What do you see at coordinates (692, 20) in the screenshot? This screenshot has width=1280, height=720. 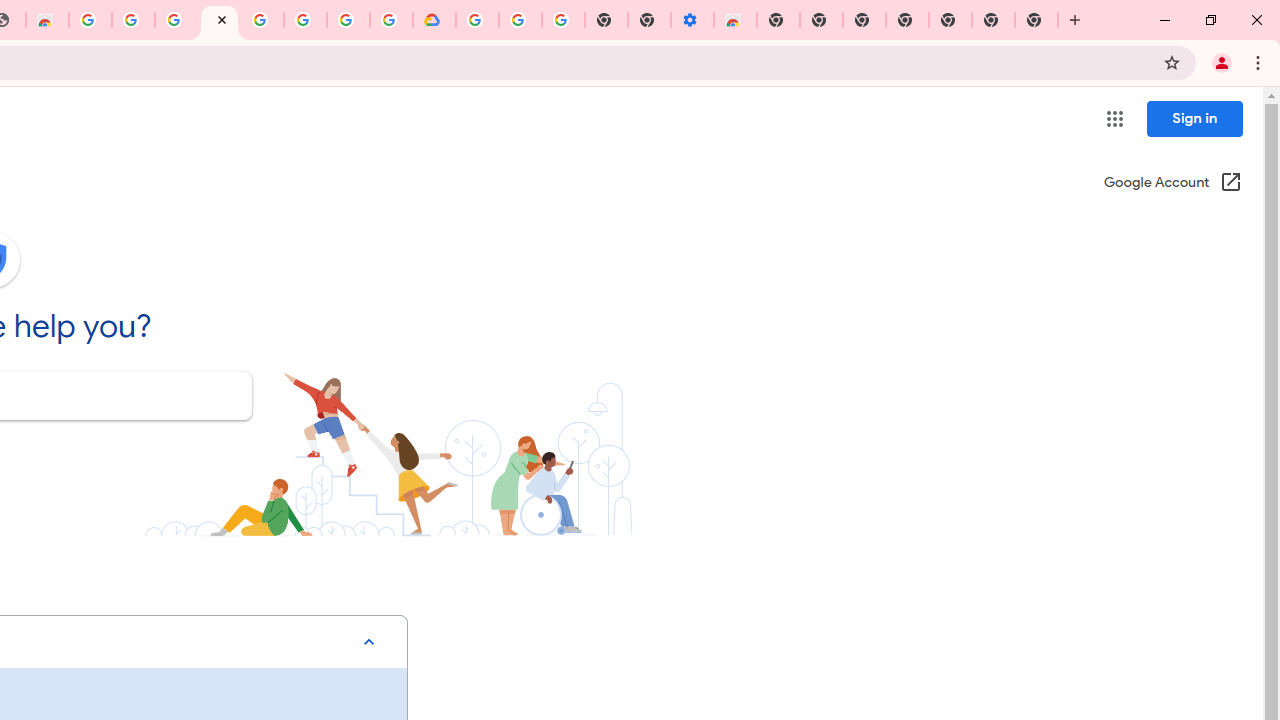 I see `'Settings - Accessibility'` at bounding box center [692, 20].